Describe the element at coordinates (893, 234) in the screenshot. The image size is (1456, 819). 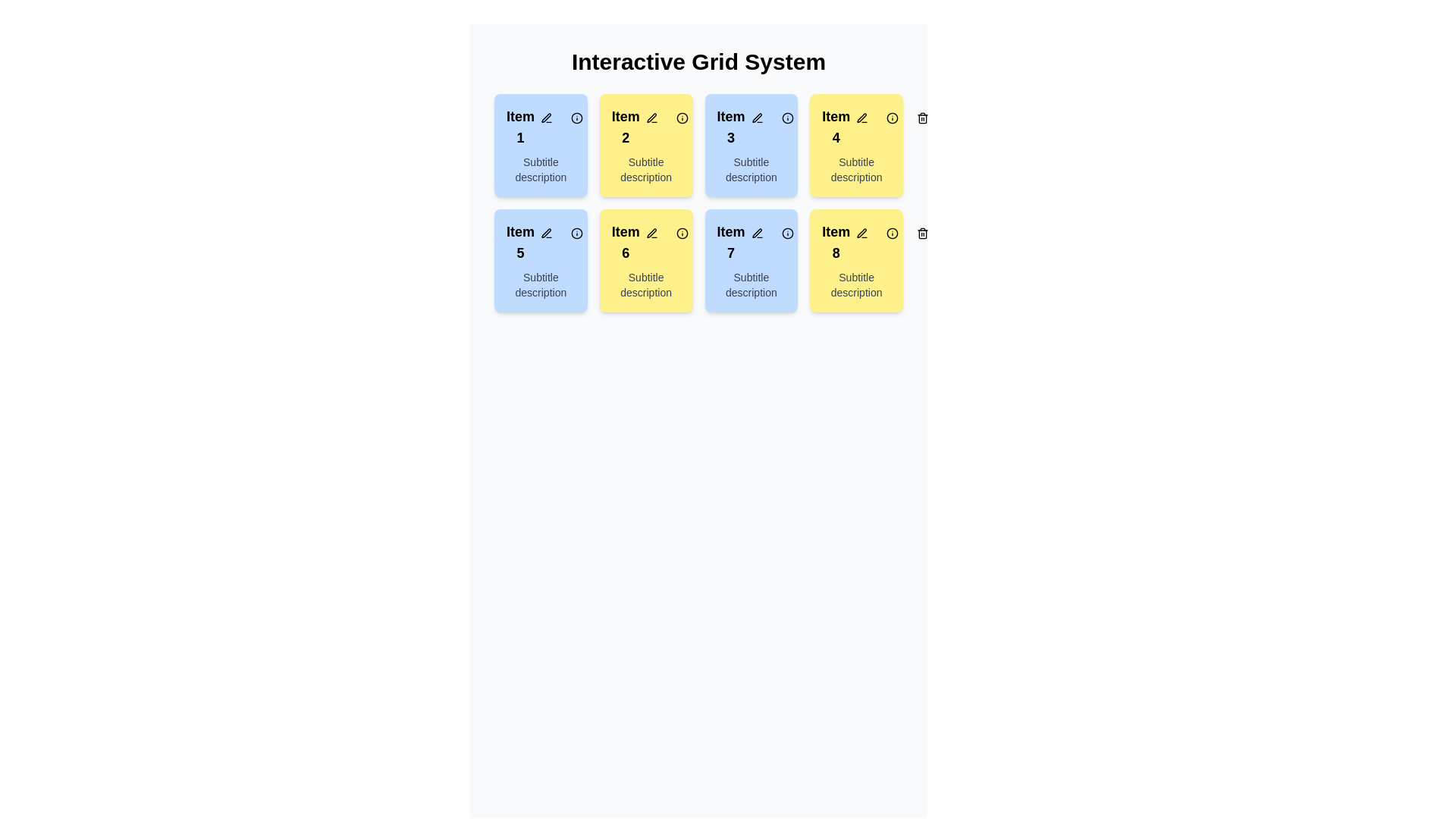
I see `the circular information tooltip icon with a black stroke and white fill, located to the right of the 'Item 8' title` at that location.